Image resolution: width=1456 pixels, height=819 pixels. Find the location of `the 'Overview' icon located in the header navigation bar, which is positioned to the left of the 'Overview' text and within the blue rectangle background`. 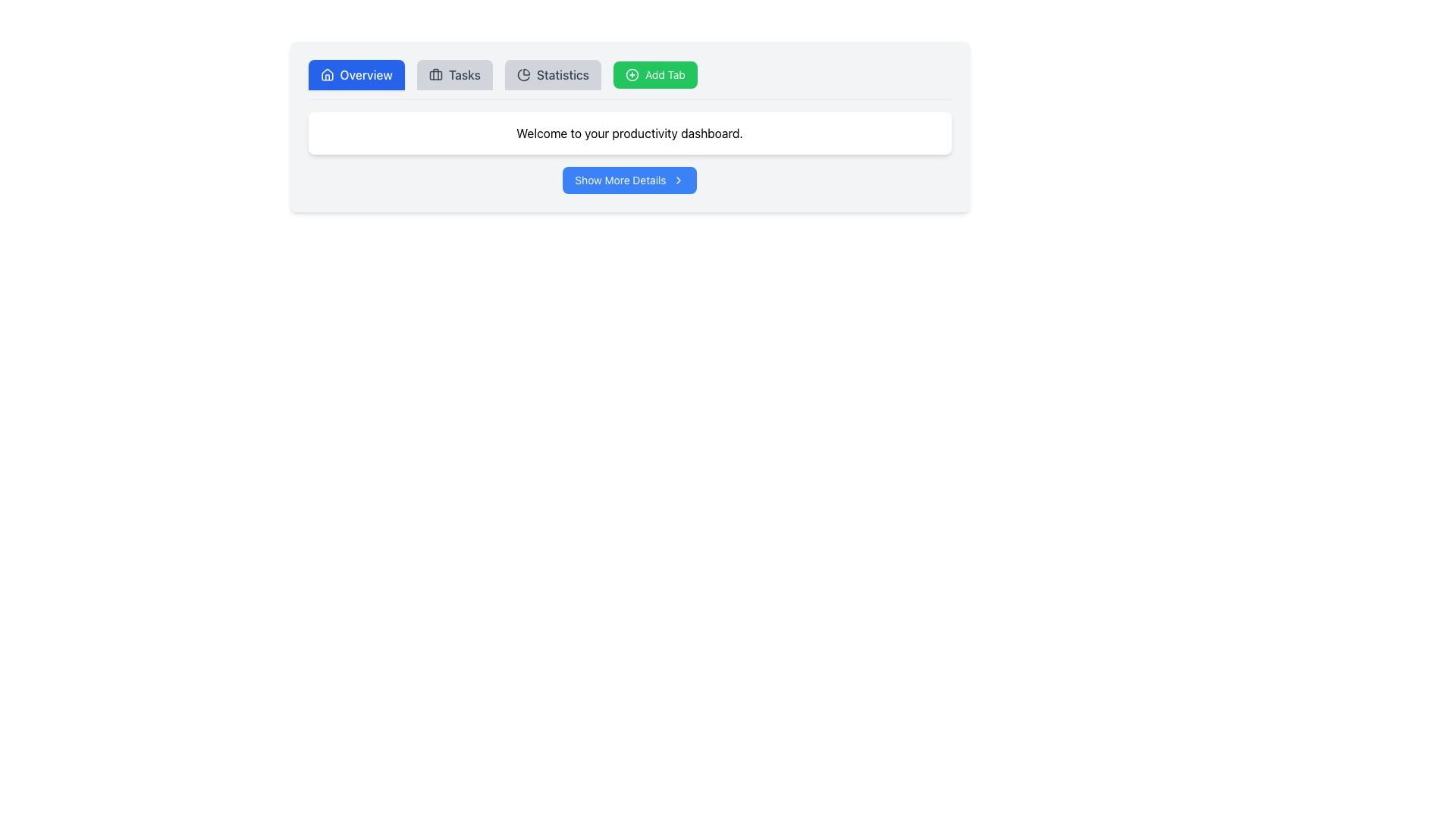

the 'Overview' icon located in the header navigation bar, which is positioned to the left of the 'Overview' text and within the blue rectangle background is located at coordinates (326, 75).